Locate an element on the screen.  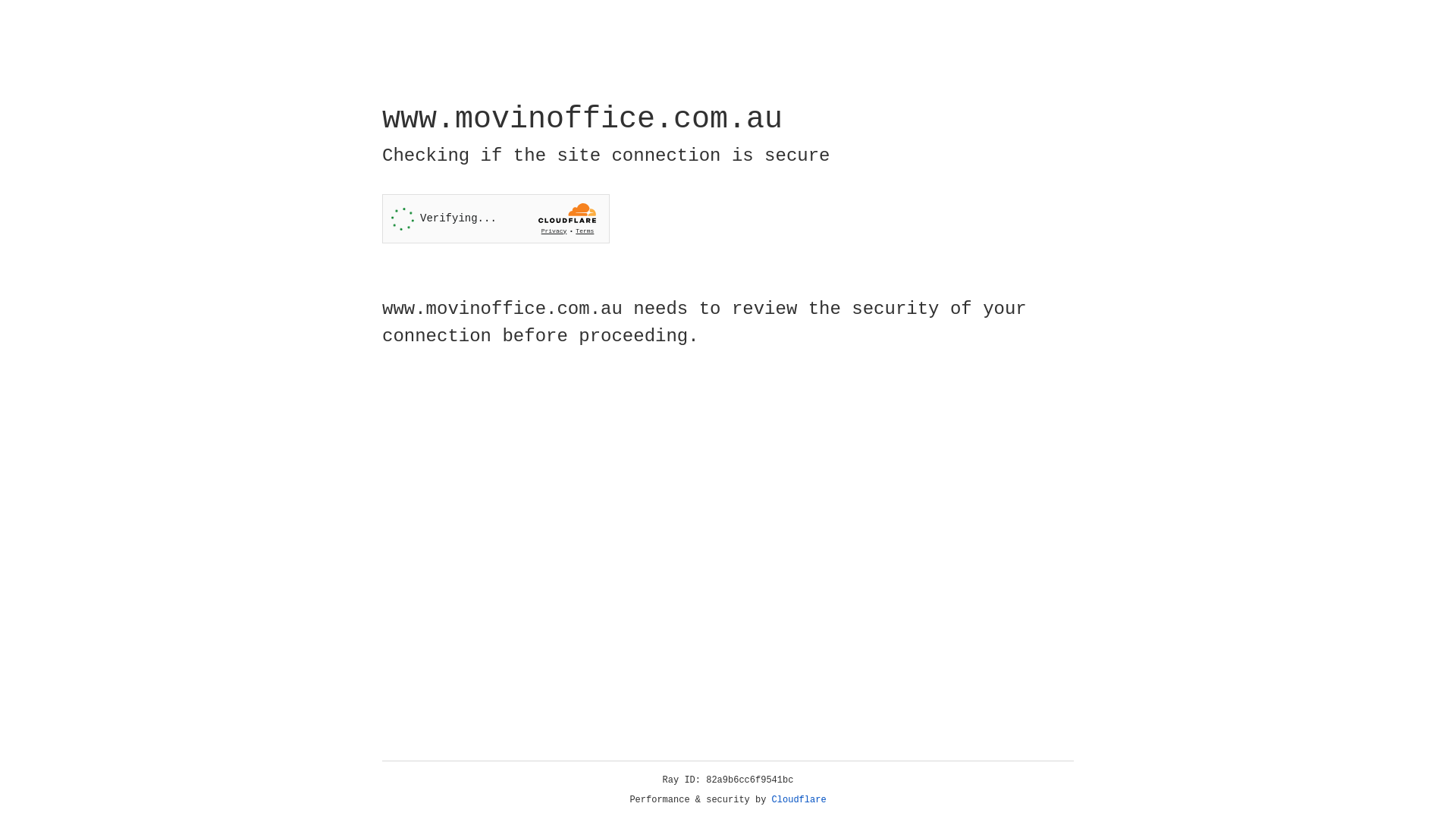
'Widget containing a Cloudflare security challenge' is located at coordinates (495, 218).